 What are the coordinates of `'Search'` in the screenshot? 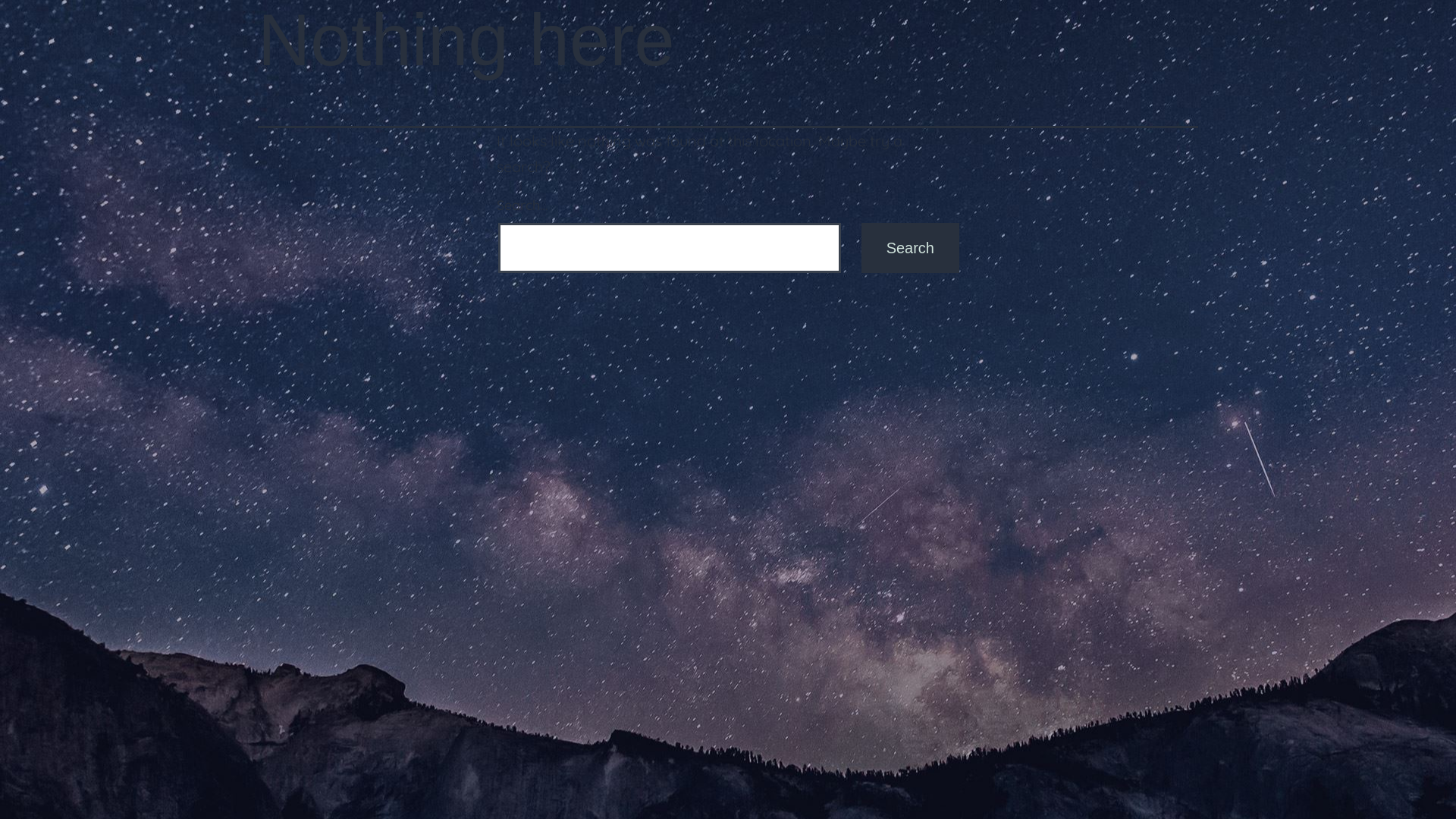 It's located at (910, 247).